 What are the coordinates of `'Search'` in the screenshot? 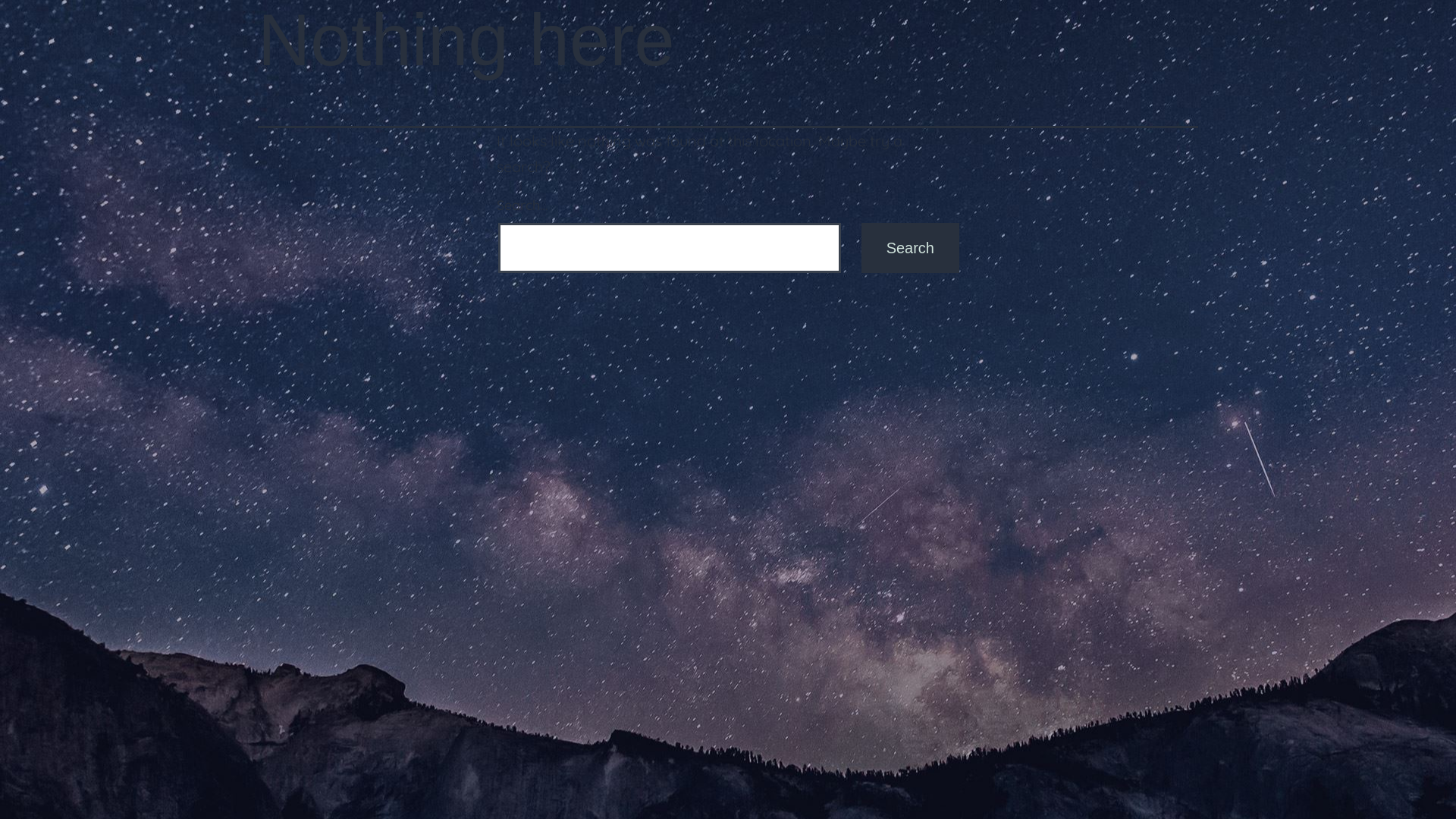 It's located at (910, 247).